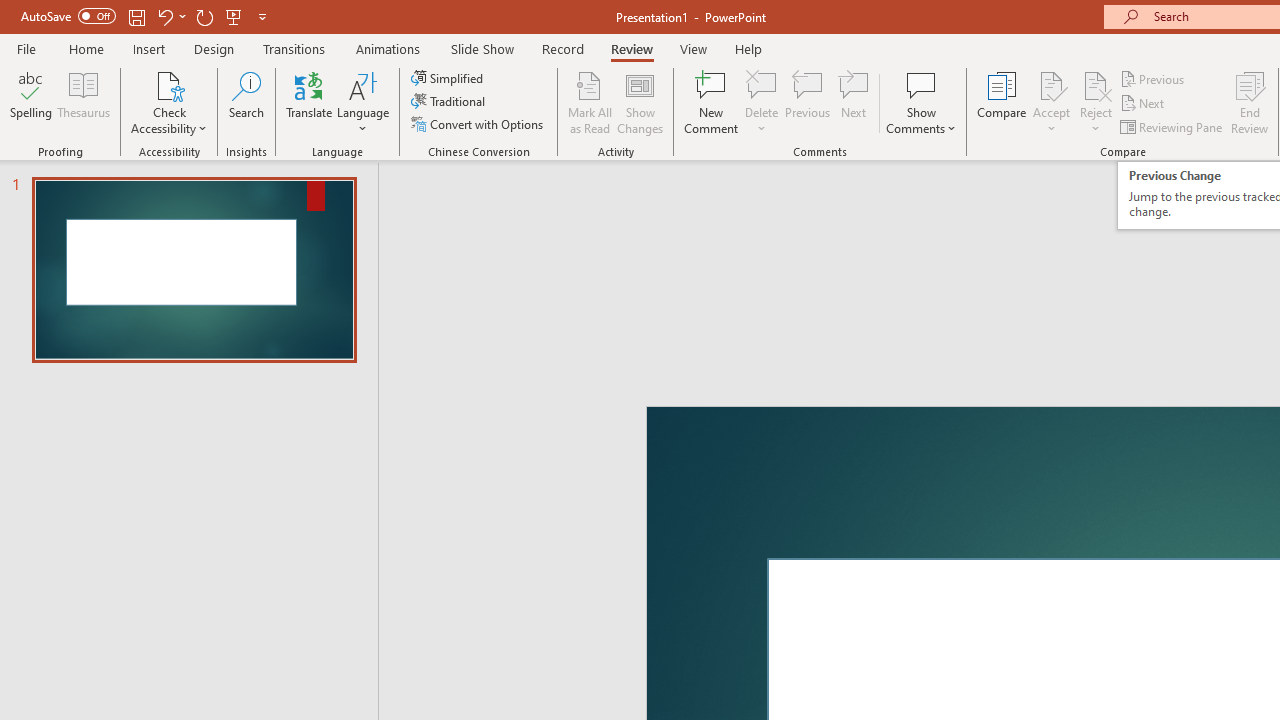 This screenshot has height=720, width=1280. What do you see at coordinates (640, 103) in the screenshot?
I see `'Show Changes'` at bounding box center [640, 103].